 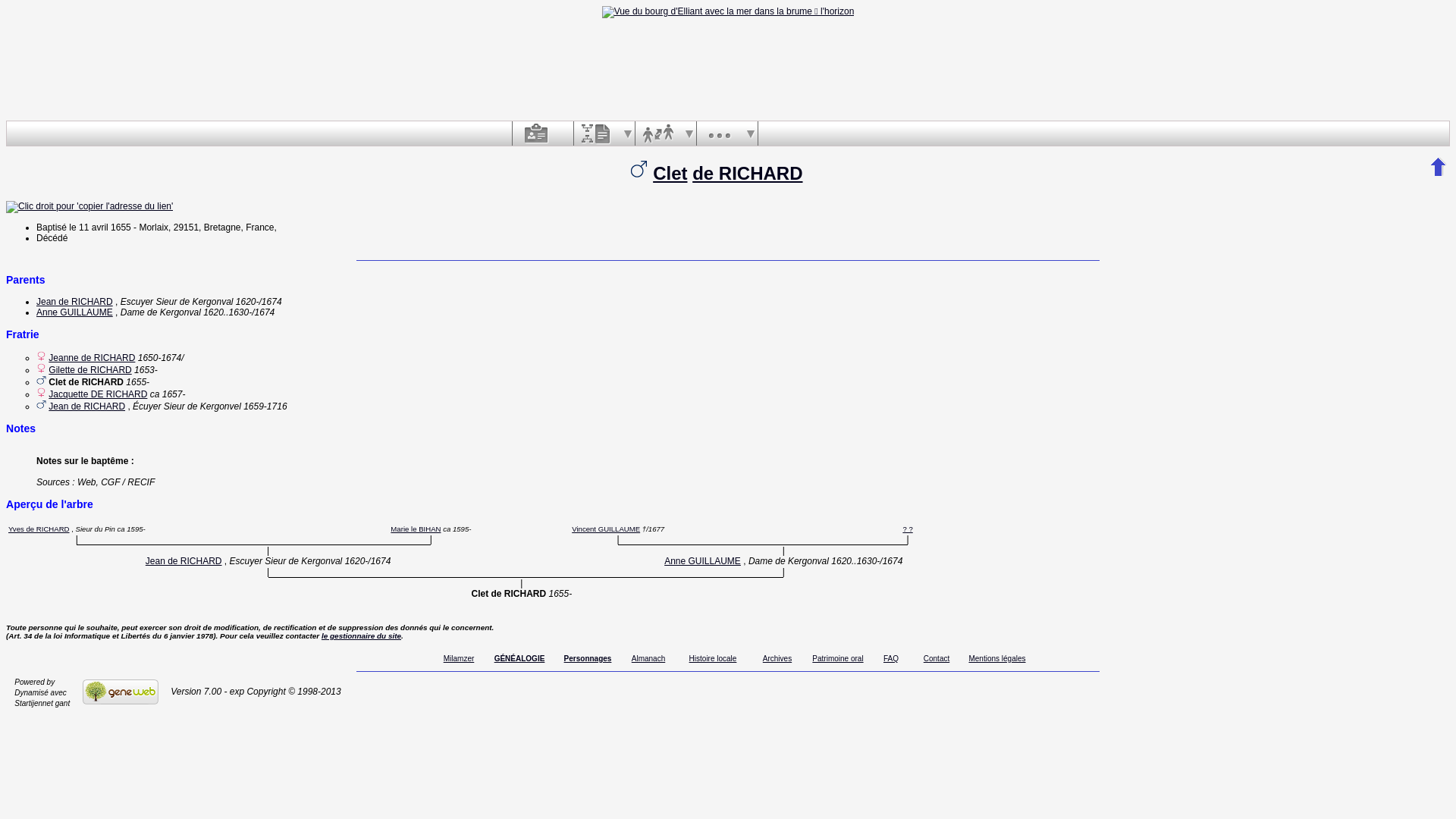 What do you see at coordinates (90, 357) in the screenshot?
I see `'Jeanne de RICHARD'` at bounding box center [90, 357].